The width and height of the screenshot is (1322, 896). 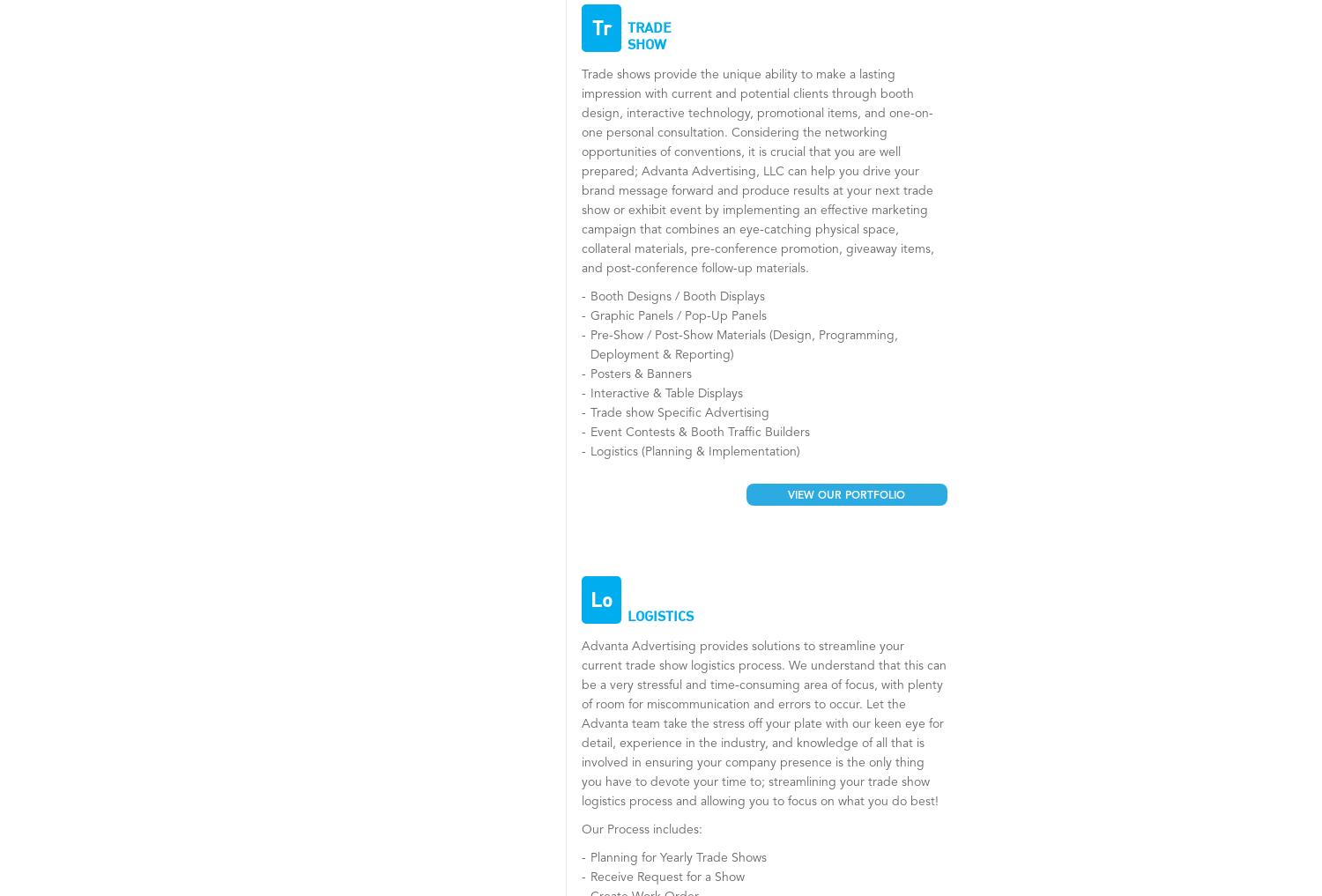 I want to click on 'Graphic Panels / Pop-Up Panels', so click(x=678, y=315).